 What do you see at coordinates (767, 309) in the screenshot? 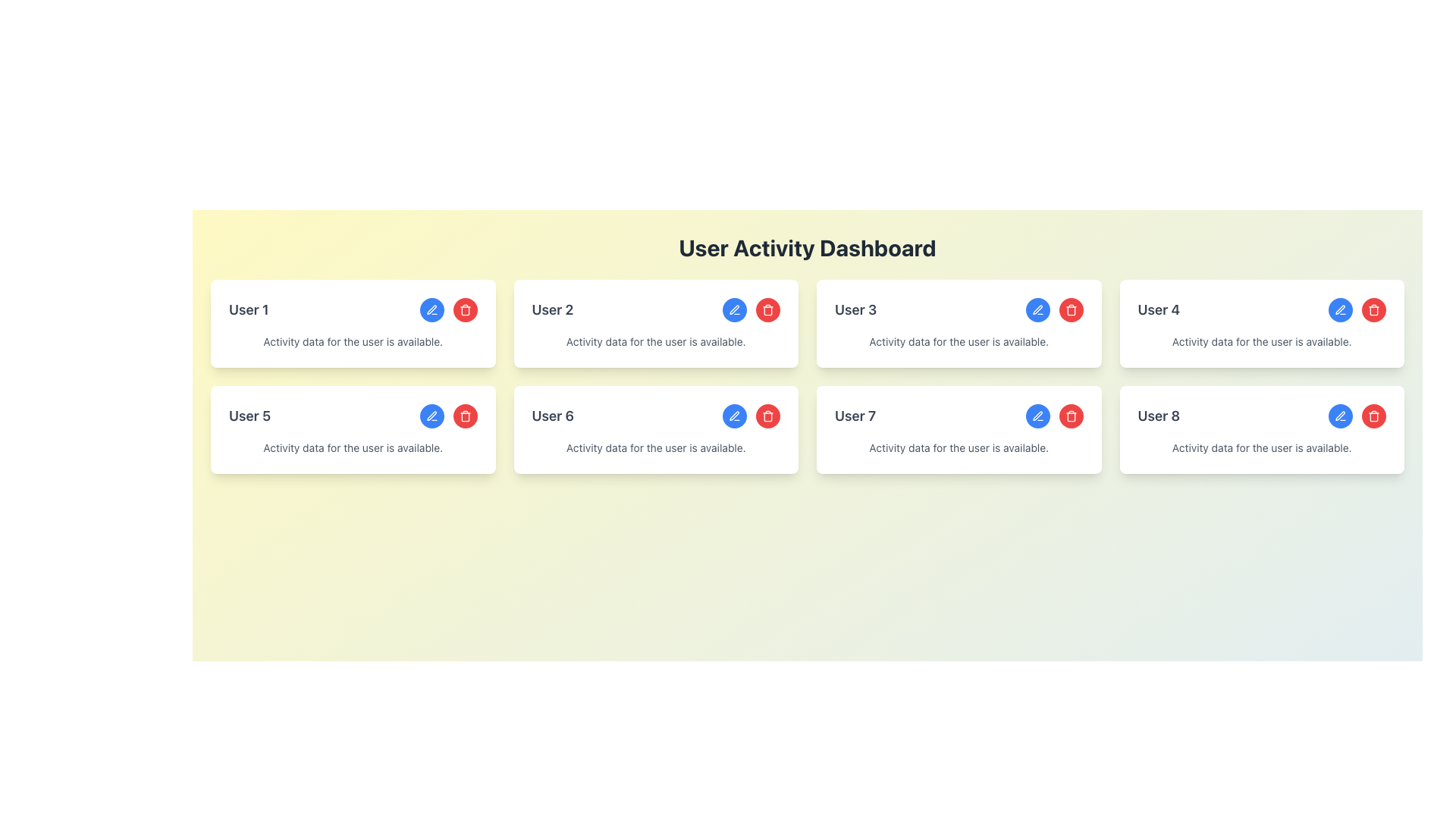
I see `the circular red button with a trash can icon located` at bounding box center [767, 309].